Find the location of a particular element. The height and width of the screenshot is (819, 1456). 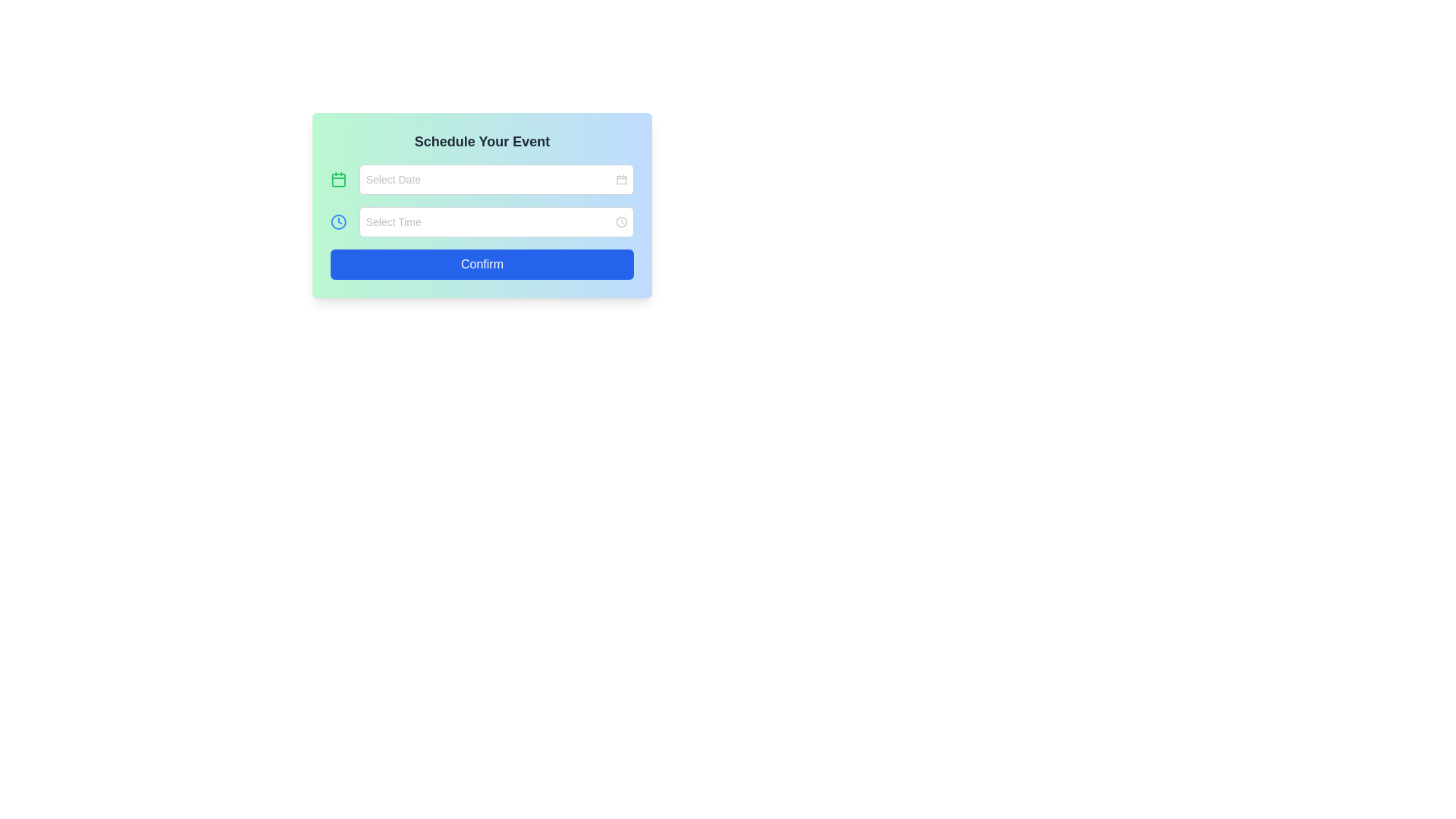

the circular outline of the clock icon next to the 'Select Time' input field is located at coordinates (337, 222).